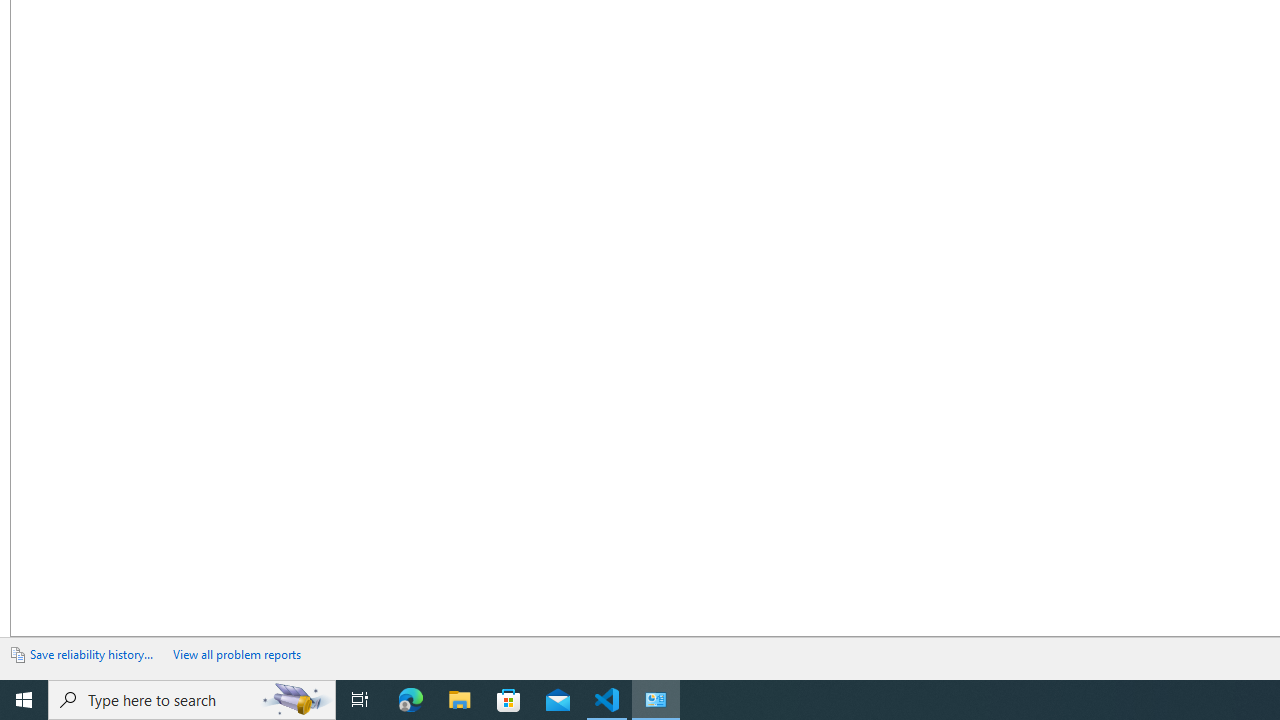 This screenshot has width=1280, height=720. Describe the element at coordinates (93, 655) in the screenshot. I see `'ExportLink'` at that location.